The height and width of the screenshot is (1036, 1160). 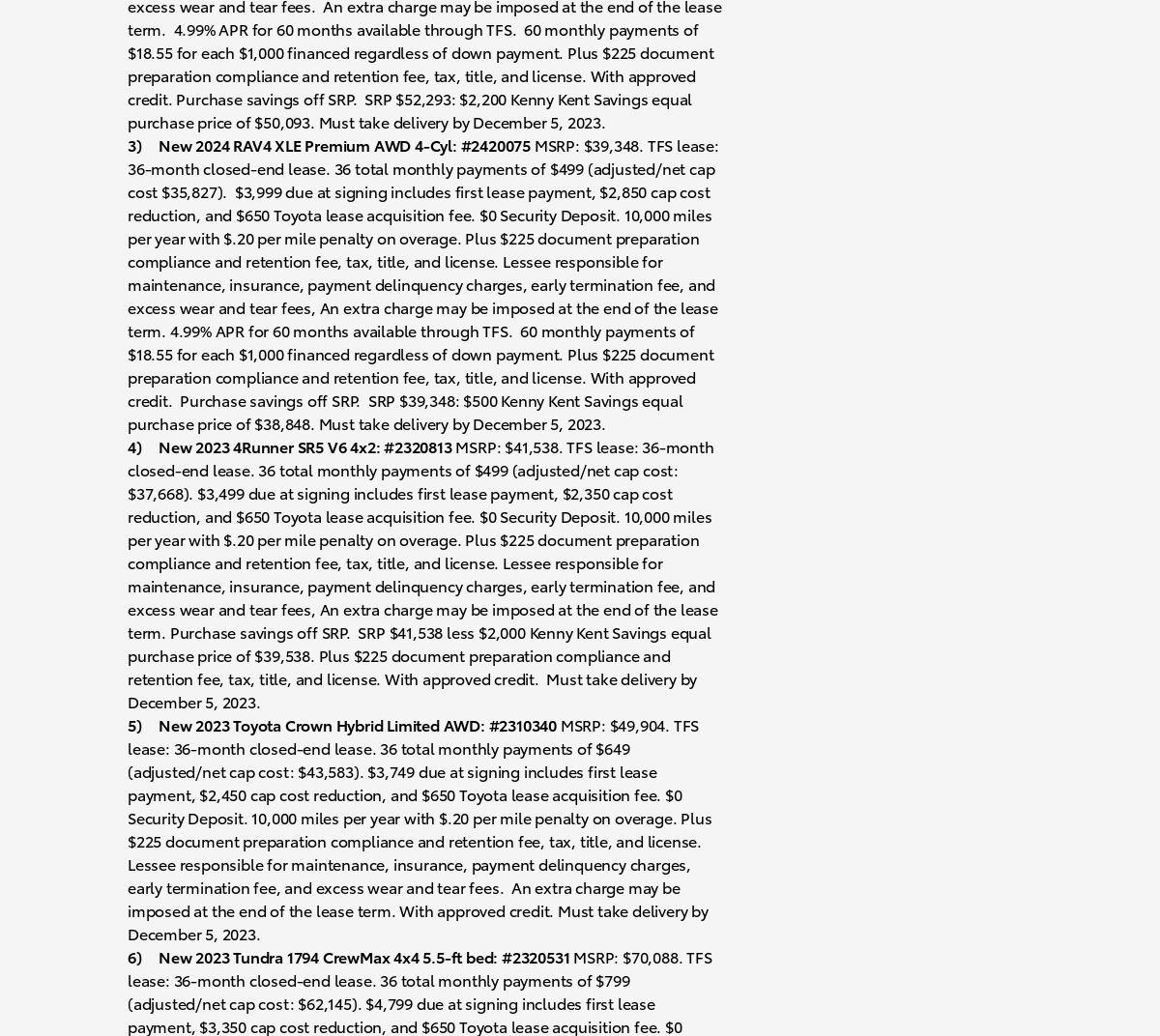 I want to click on 'MSRP: $39,348. TFS lease: 36-month closed-end lease. 36 total monthly payments of $499 (adjusted/net cap cost $35,827).  $3,999 due at signing includes first lease payment, $2,850 cap cost reduction, and $650 Toyota lease acquisition fee. $0 Security Deposit. 10,000 miles per year with $.20 per mile penalty on overage. Plus $225 document preparation compliance and retention fee, tax, title, and license. Lessee responsible for maintenance, insurance, payment delinquency charges, early termination fee, and excess wear and tear fees, An extra charge may be imposed at the end of the lease term. 4.99% APR for 60 months available through TFS.  60 monthly payments of $18.55 for each $1,000 financed regardless of down payment. Plus $225 document preparation compliance and retention fee, tax, title, and license. With approved credit.  Purchase savings off SRP.  SRP $39,348: $500 Kenny Kent Savings equal purchase price of $38,848. Must take delivery by December 5, 2023.', so click(x=422, y=281).